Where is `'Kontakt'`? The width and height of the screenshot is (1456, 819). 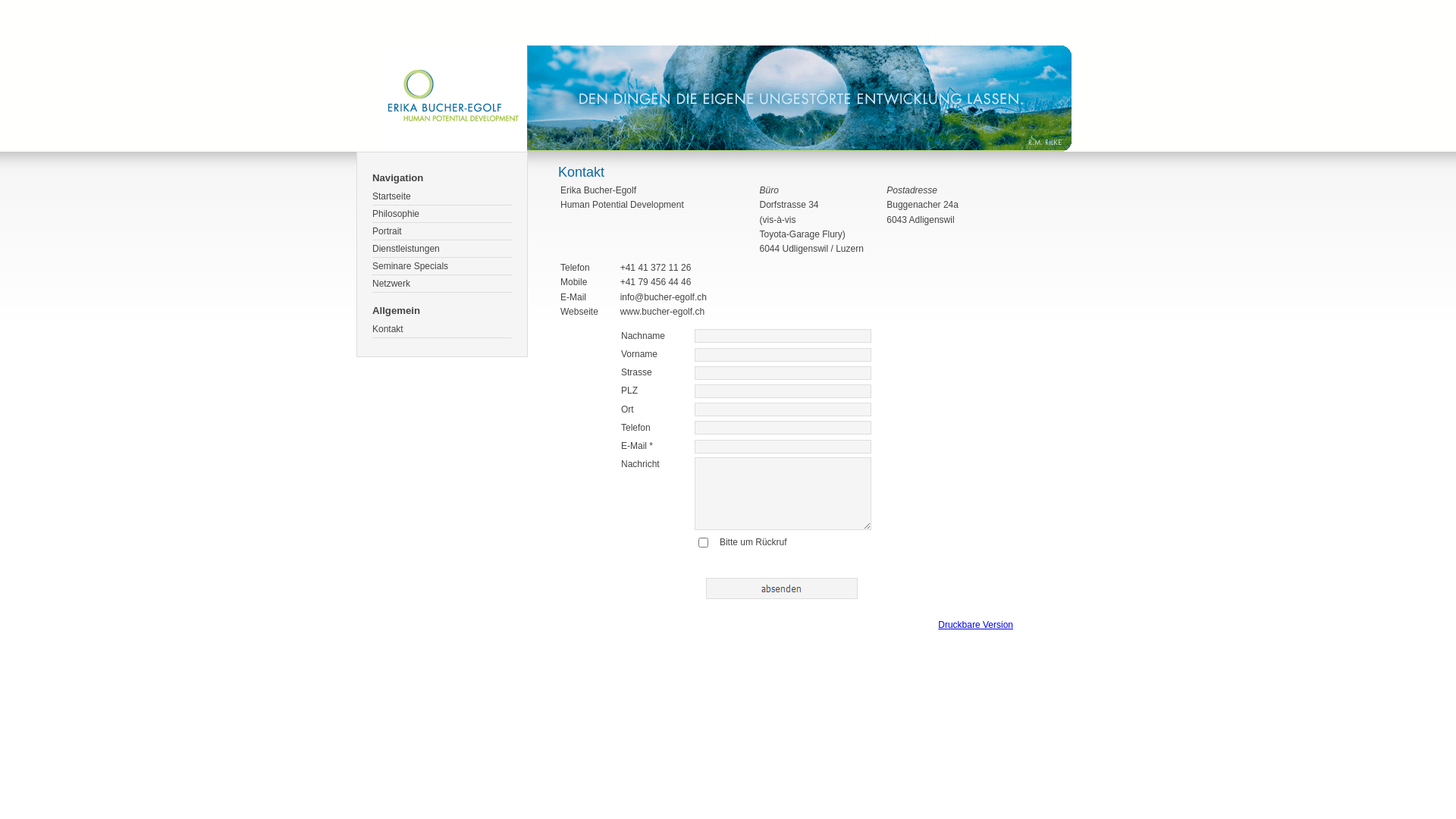 'Kontakt' is located at coordinates (372, 328).